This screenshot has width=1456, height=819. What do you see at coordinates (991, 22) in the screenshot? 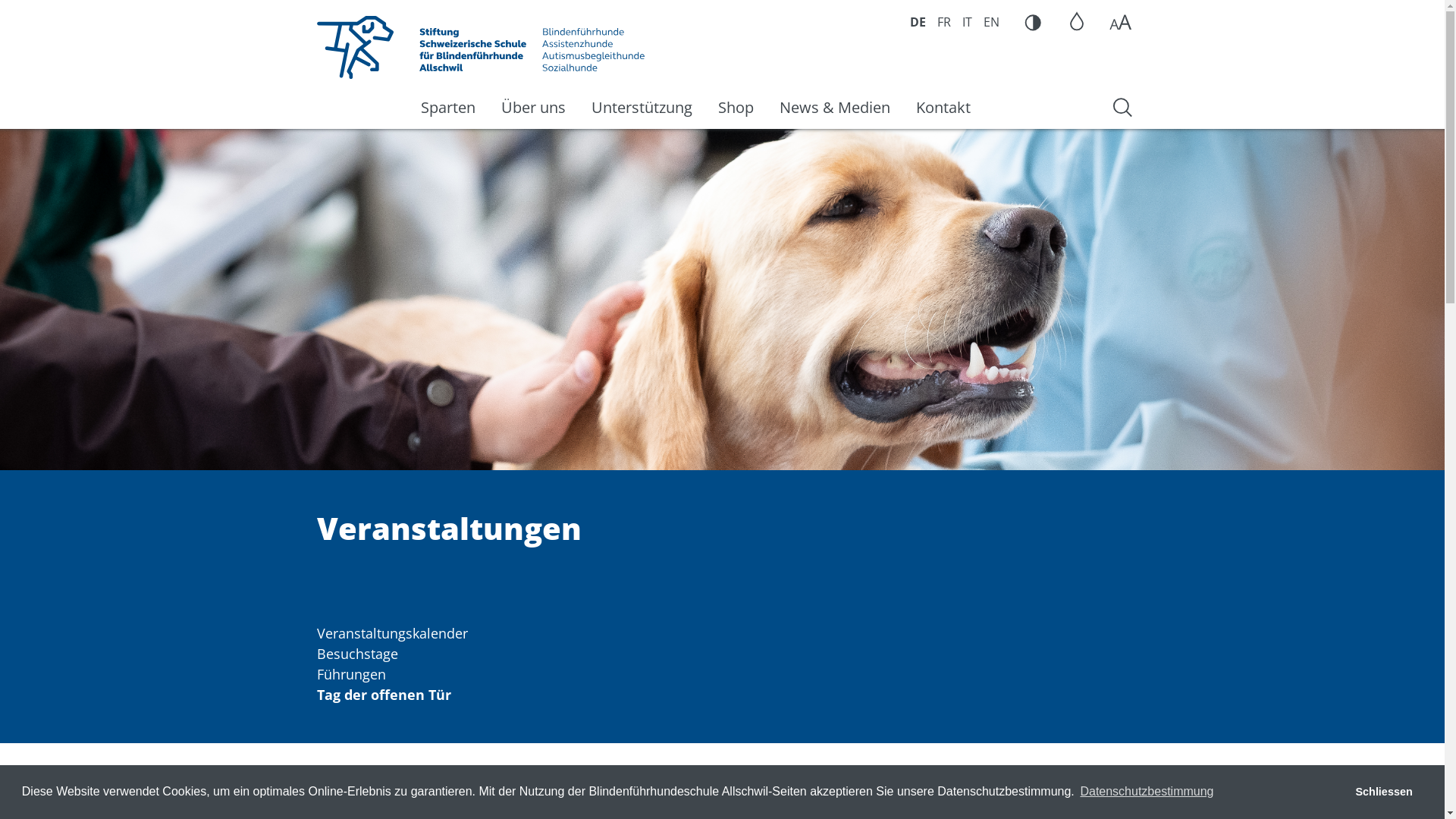
I see `'EN'` at bounding box center [991, 22].